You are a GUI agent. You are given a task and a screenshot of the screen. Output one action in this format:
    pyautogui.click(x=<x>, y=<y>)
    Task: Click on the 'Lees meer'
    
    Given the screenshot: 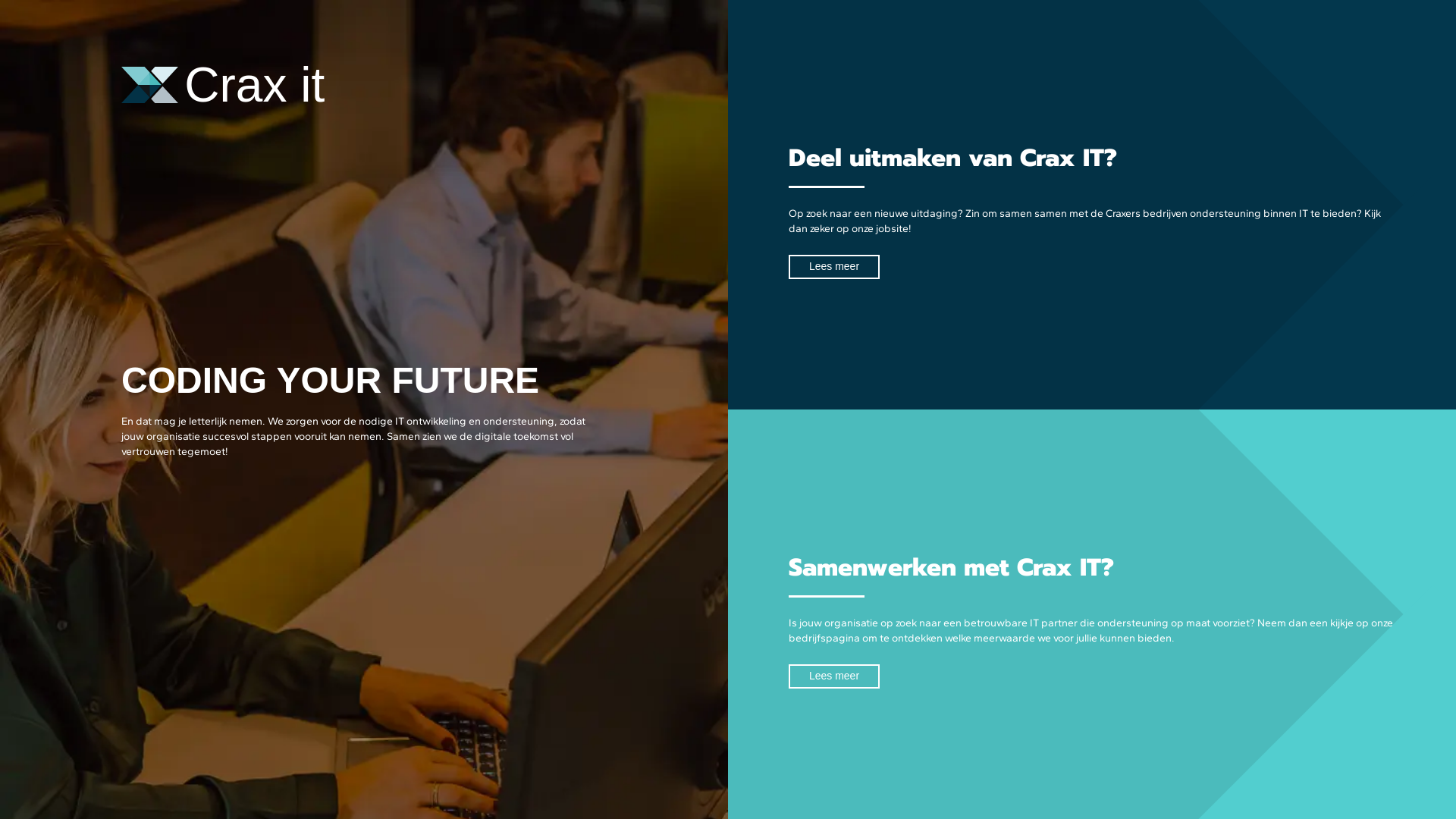 What is the action you would take?
    pyautogui.click(x=789, y=265)
    